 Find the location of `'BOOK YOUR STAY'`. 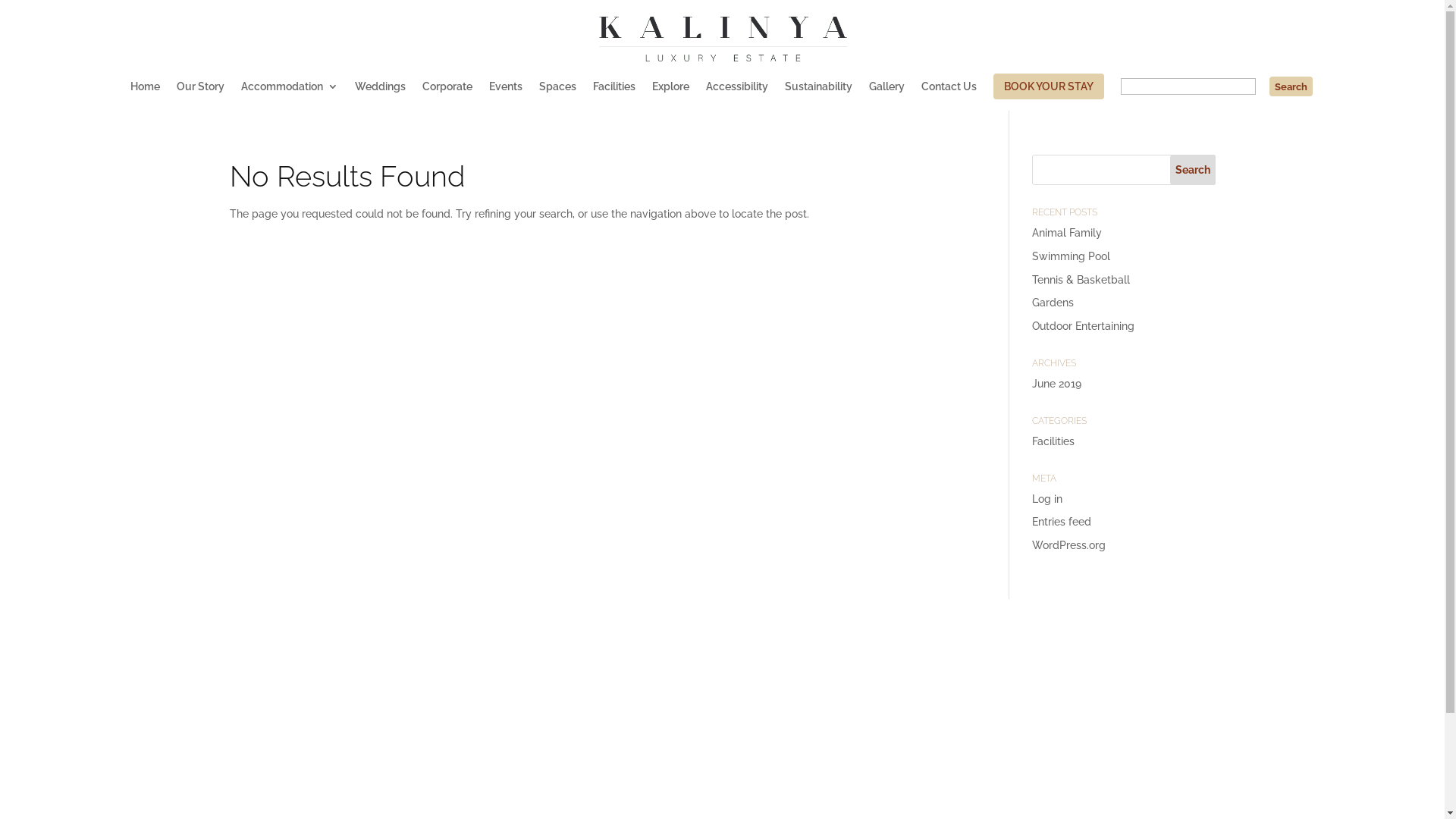

'BOOK YOUR STAY' is located at coordinates (1047, 86).